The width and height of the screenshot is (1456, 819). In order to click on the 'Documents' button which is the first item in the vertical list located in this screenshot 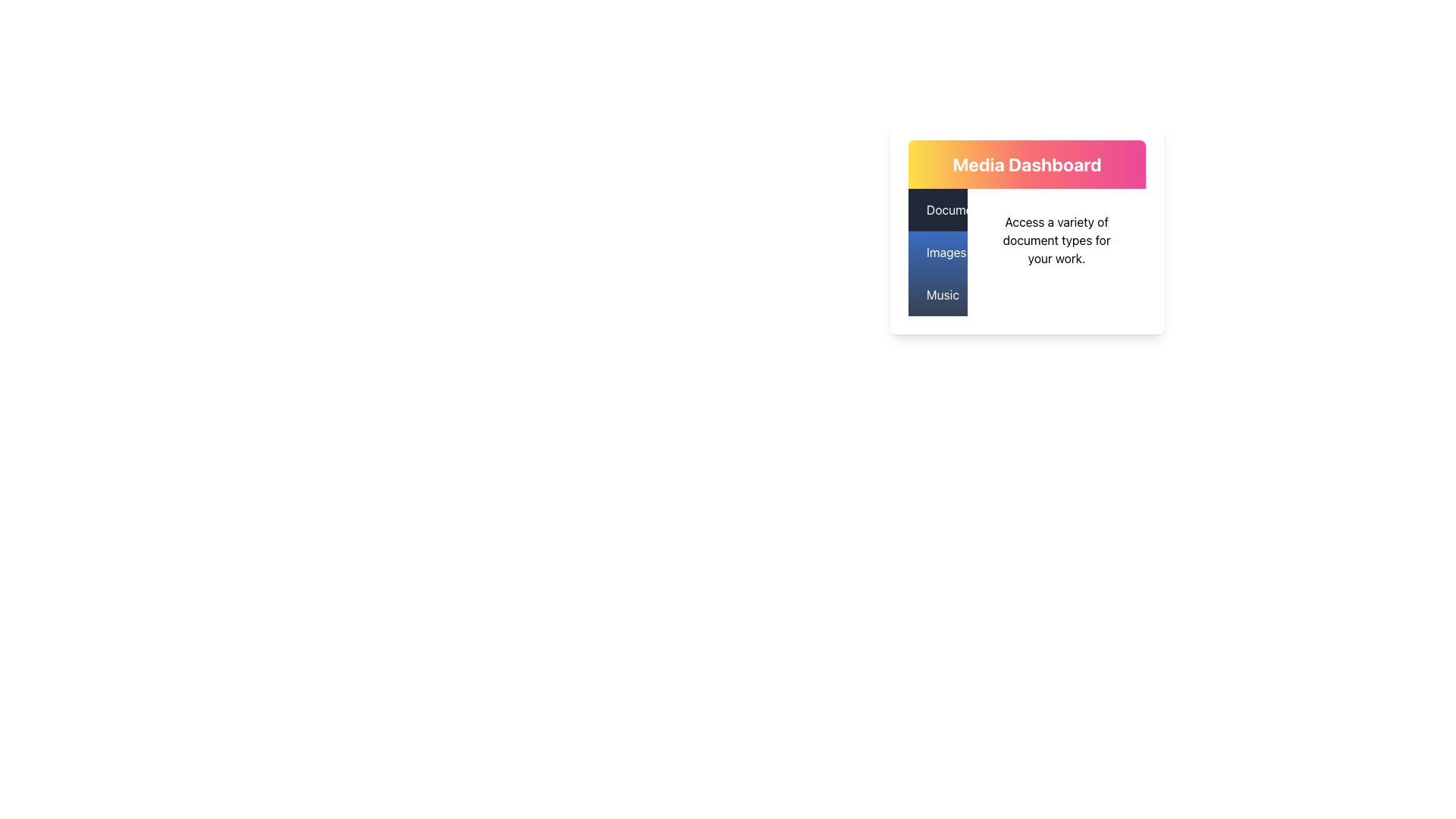, I will do `click(937, 210)`.